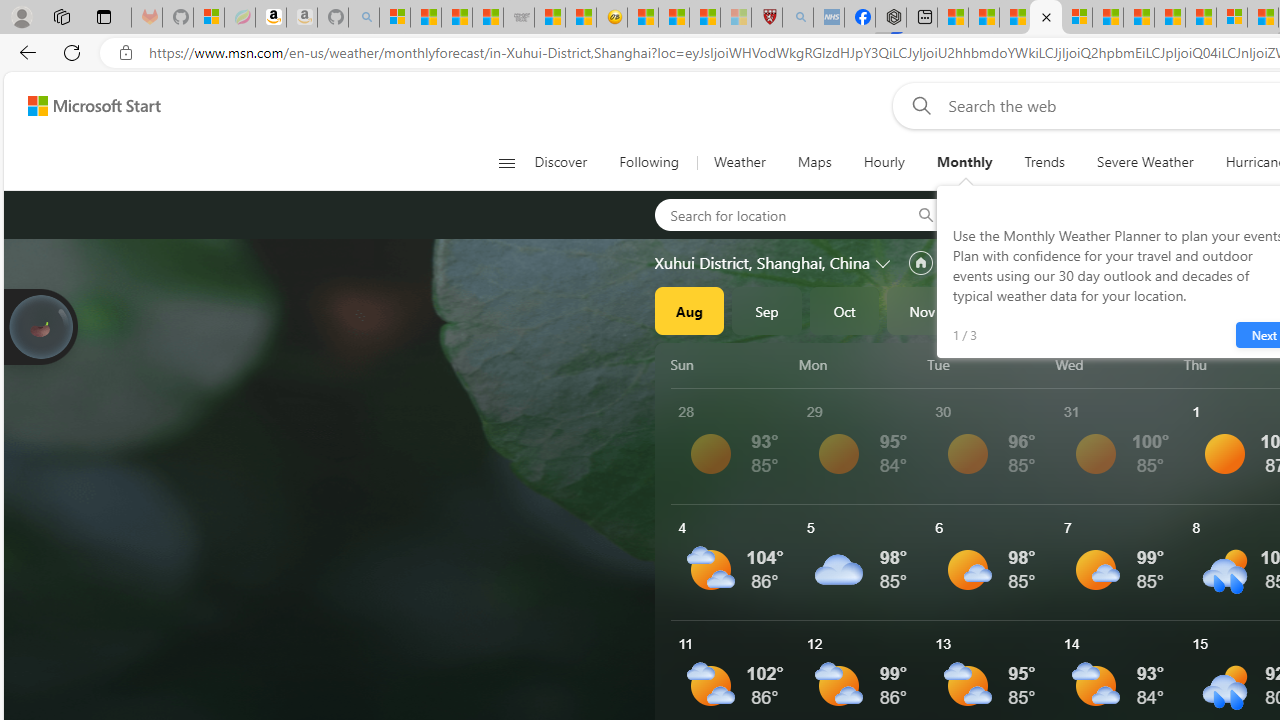  What do you see at coordinates (506, 162) in the screenshot?
I see `'Class: button-glyph'` at bounding box center [506, 162].